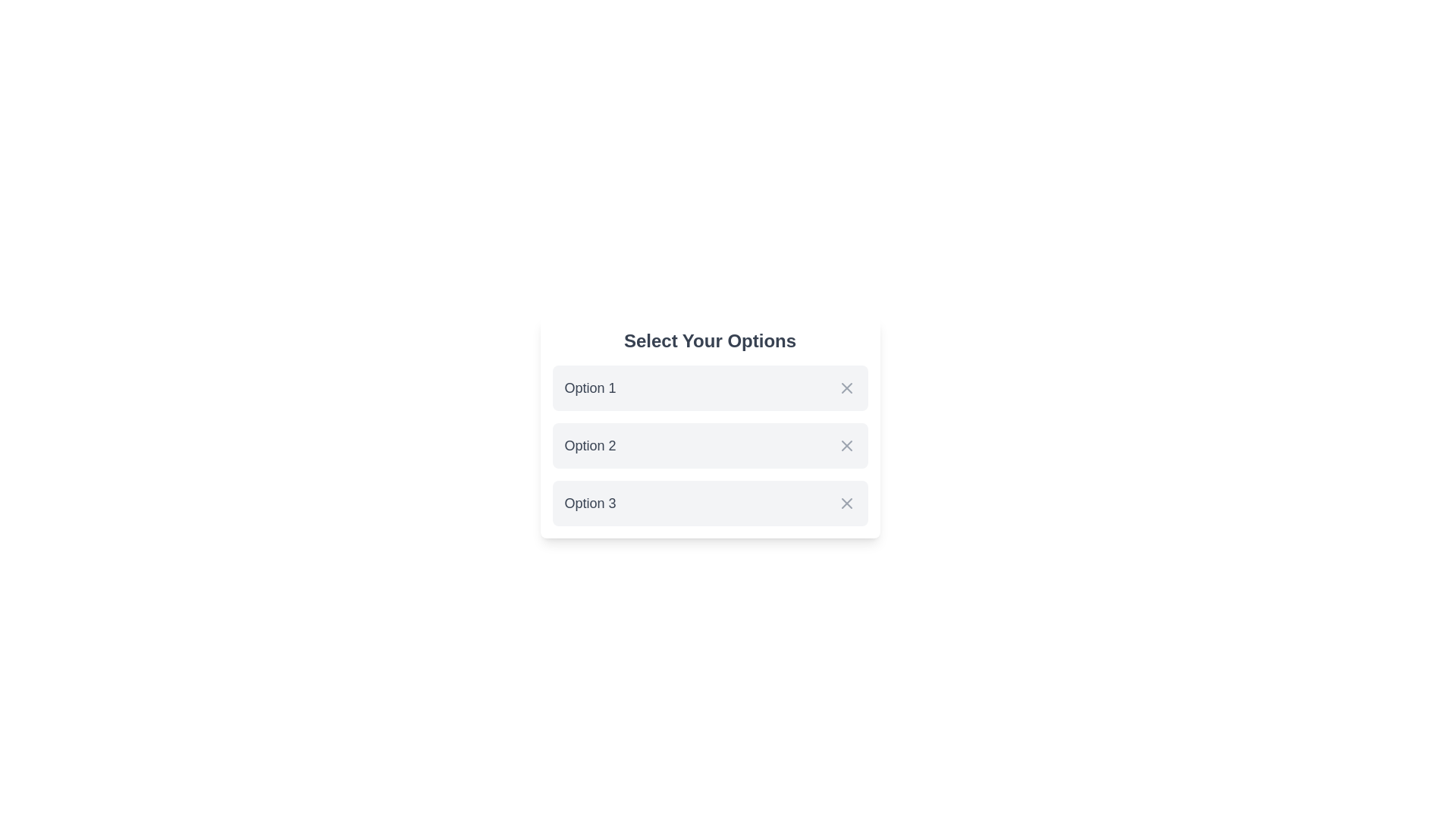 Image resolution: width=1456 pixels, height=819 pixels. I want to click on the list item labeled 'Option 1' for keyboard interaction, so click(709, 388).